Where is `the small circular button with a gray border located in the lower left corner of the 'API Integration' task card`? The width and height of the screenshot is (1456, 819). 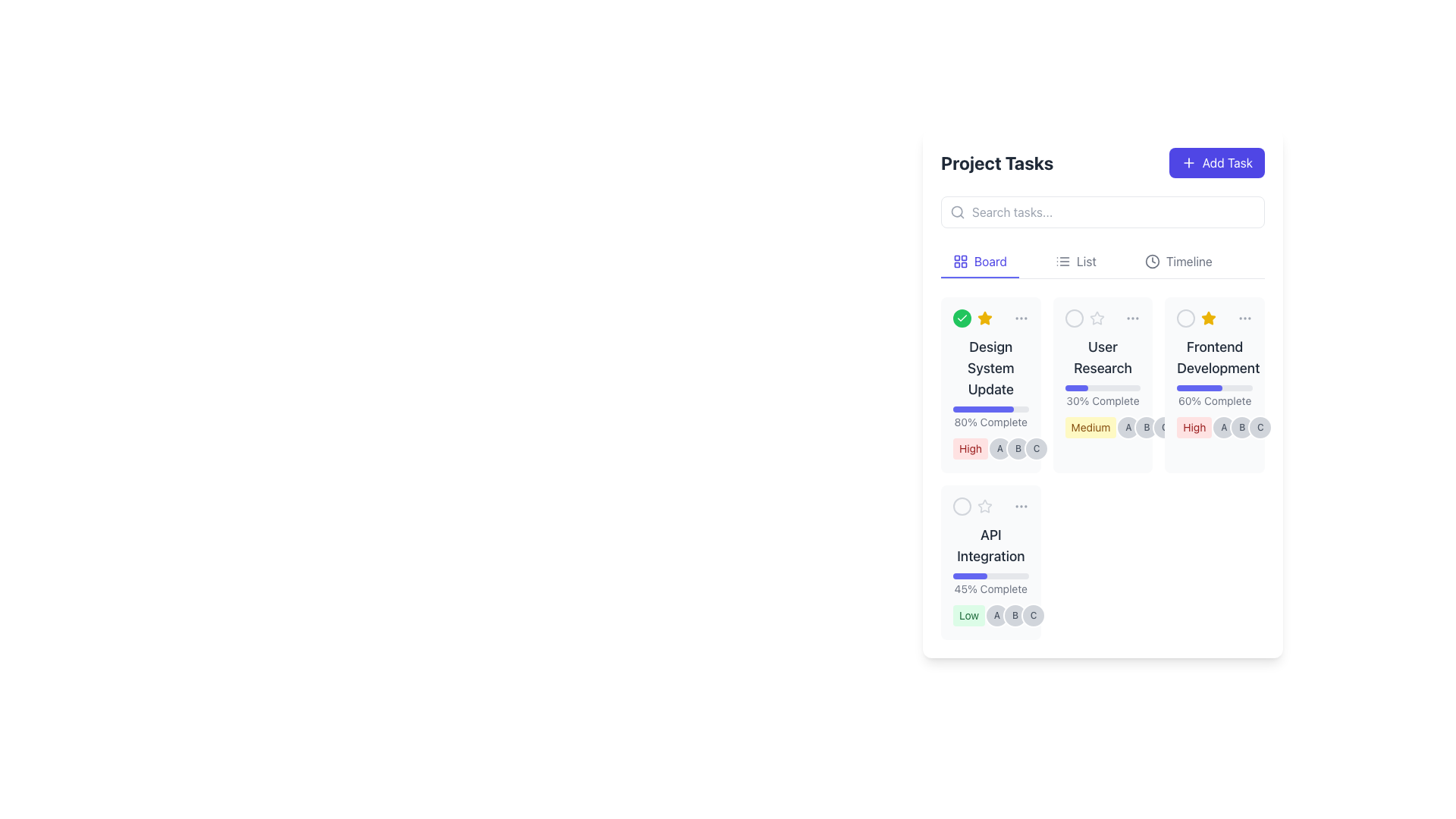 the small circular button with a gray border located in the lower left corner of the 'API Integration' task card is located at coordinates (961, 506).